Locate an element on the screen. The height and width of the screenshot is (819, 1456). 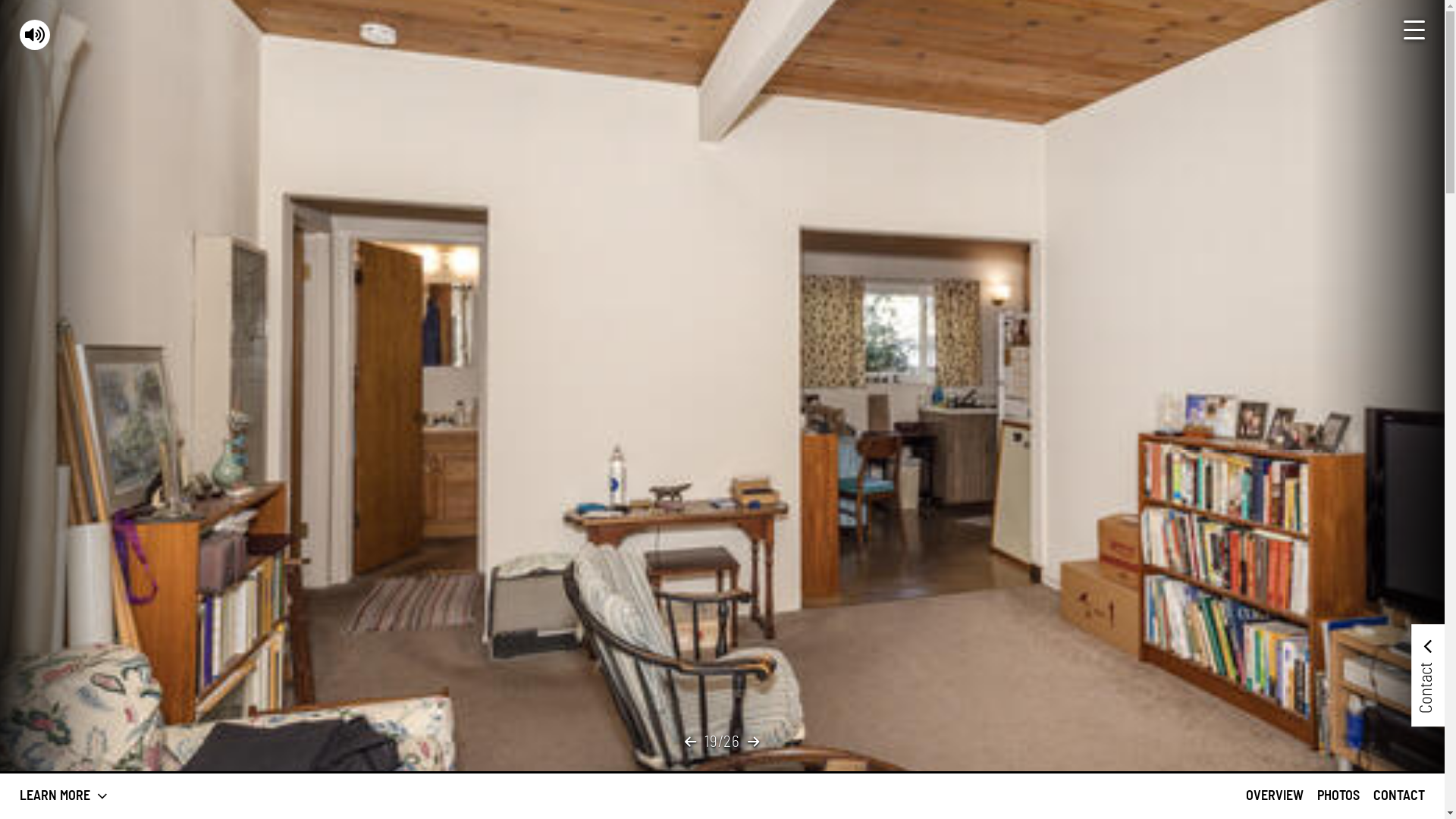
'CONTACT' is located at coordinates (1398, 795).